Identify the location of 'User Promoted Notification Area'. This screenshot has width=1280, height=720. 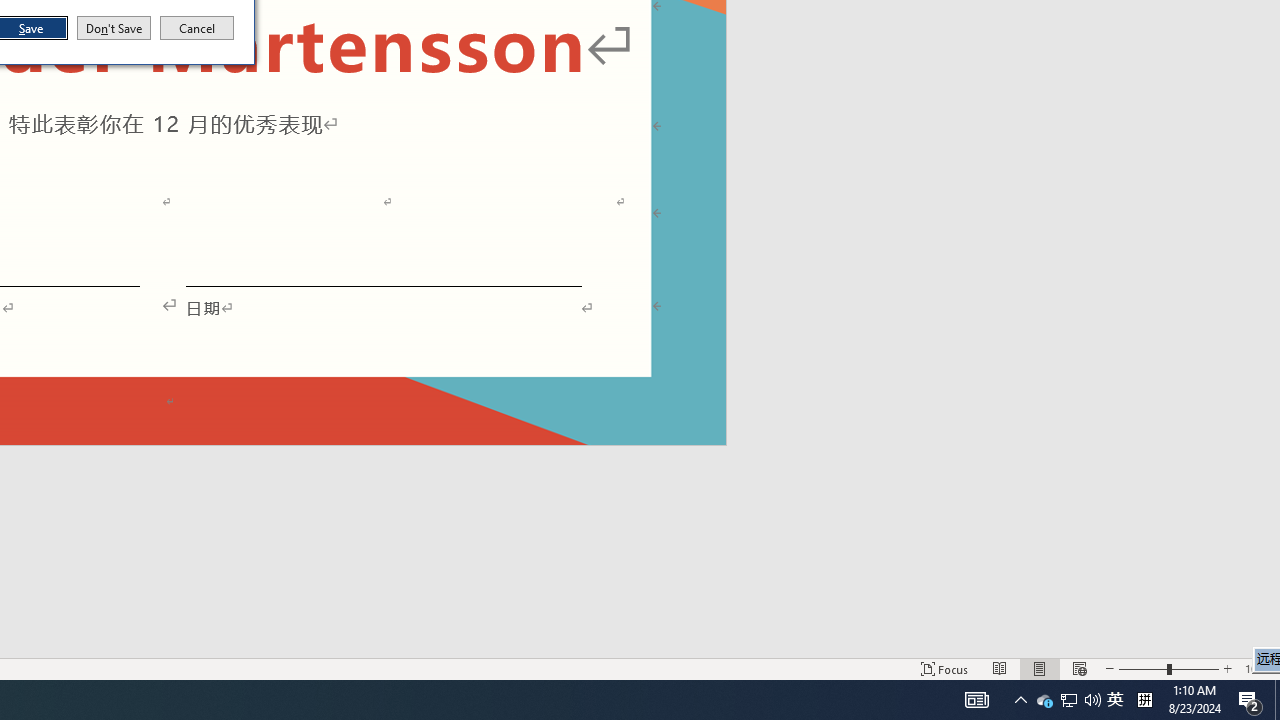
(1020, 698).